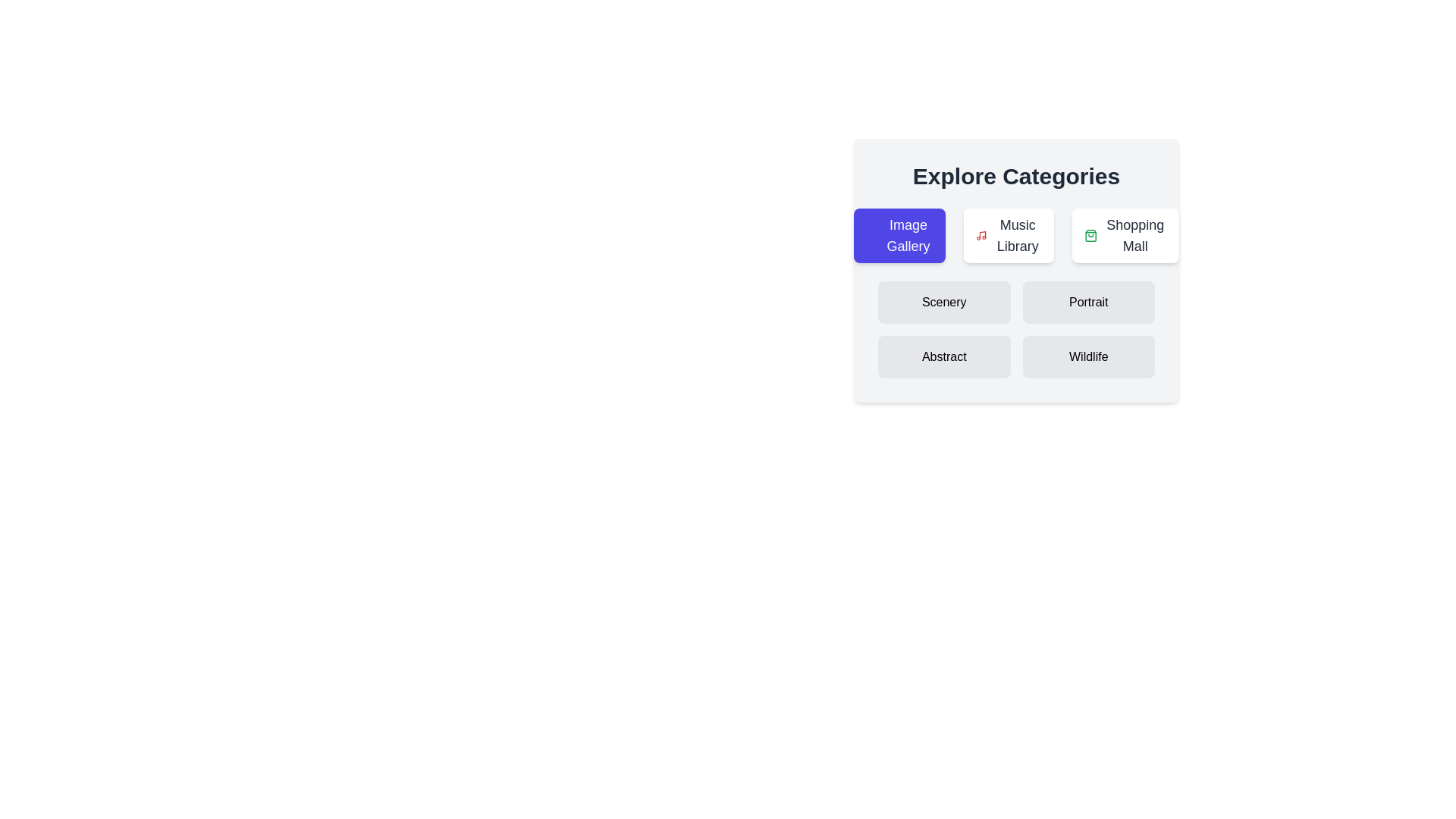 This screenshot has width=1456, height=819. What do you see at coordinates (1090, 236) in the screenshot?
I see `the small shopping bag icon with a green outline located to the left of the text 'Shopping Mall', which is part of the 'Shopping Mall' button in the 'Explore Categories' card` at bounding box center [1090, 236].